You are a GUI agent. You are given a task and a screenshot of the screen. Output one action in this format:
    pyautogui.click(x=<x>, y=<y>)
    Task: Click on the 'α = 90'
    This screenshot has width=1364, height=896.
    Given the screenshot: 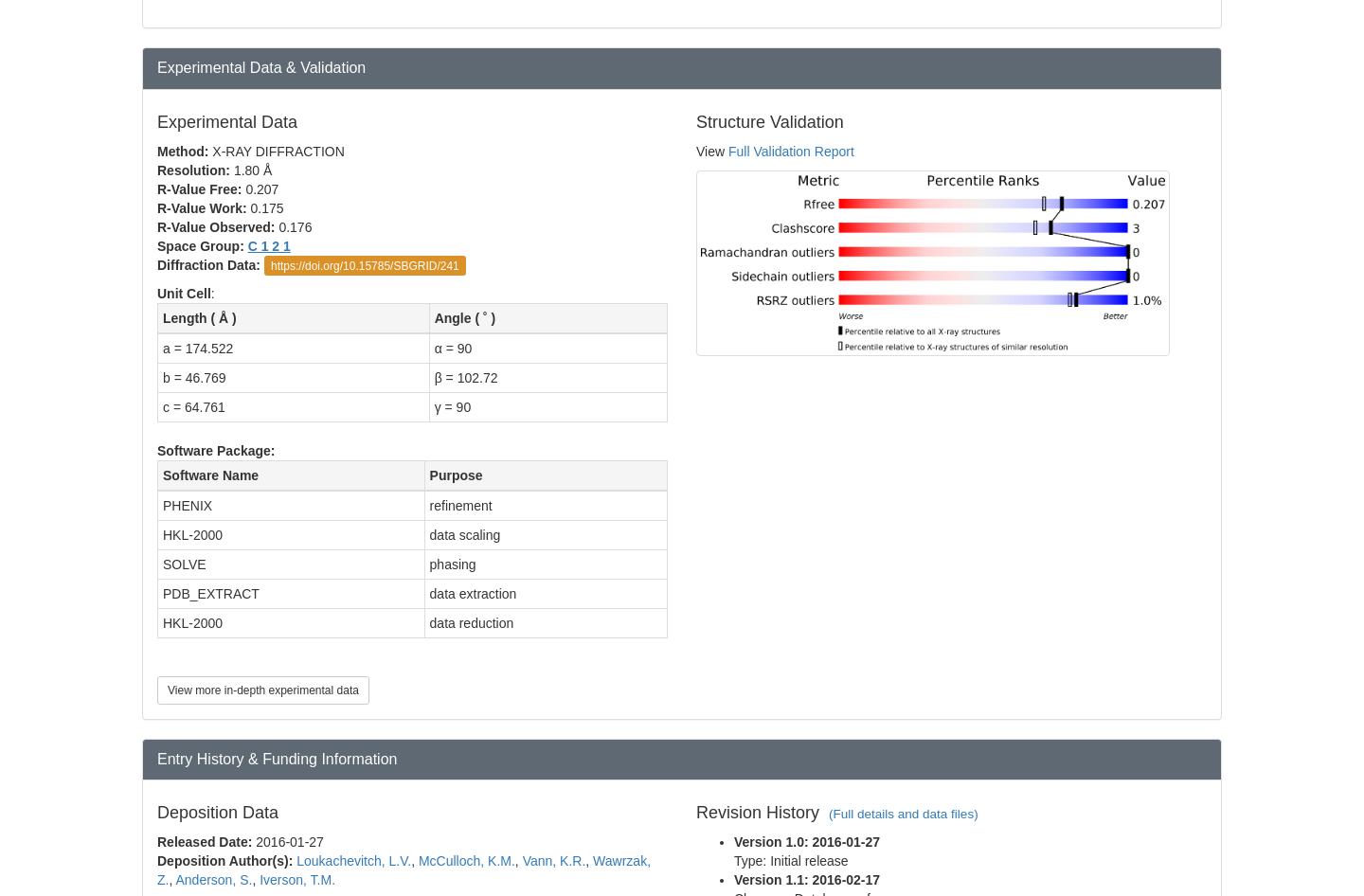 What is the action you would take?
    pyautogui.click(x=452, y=347)
    